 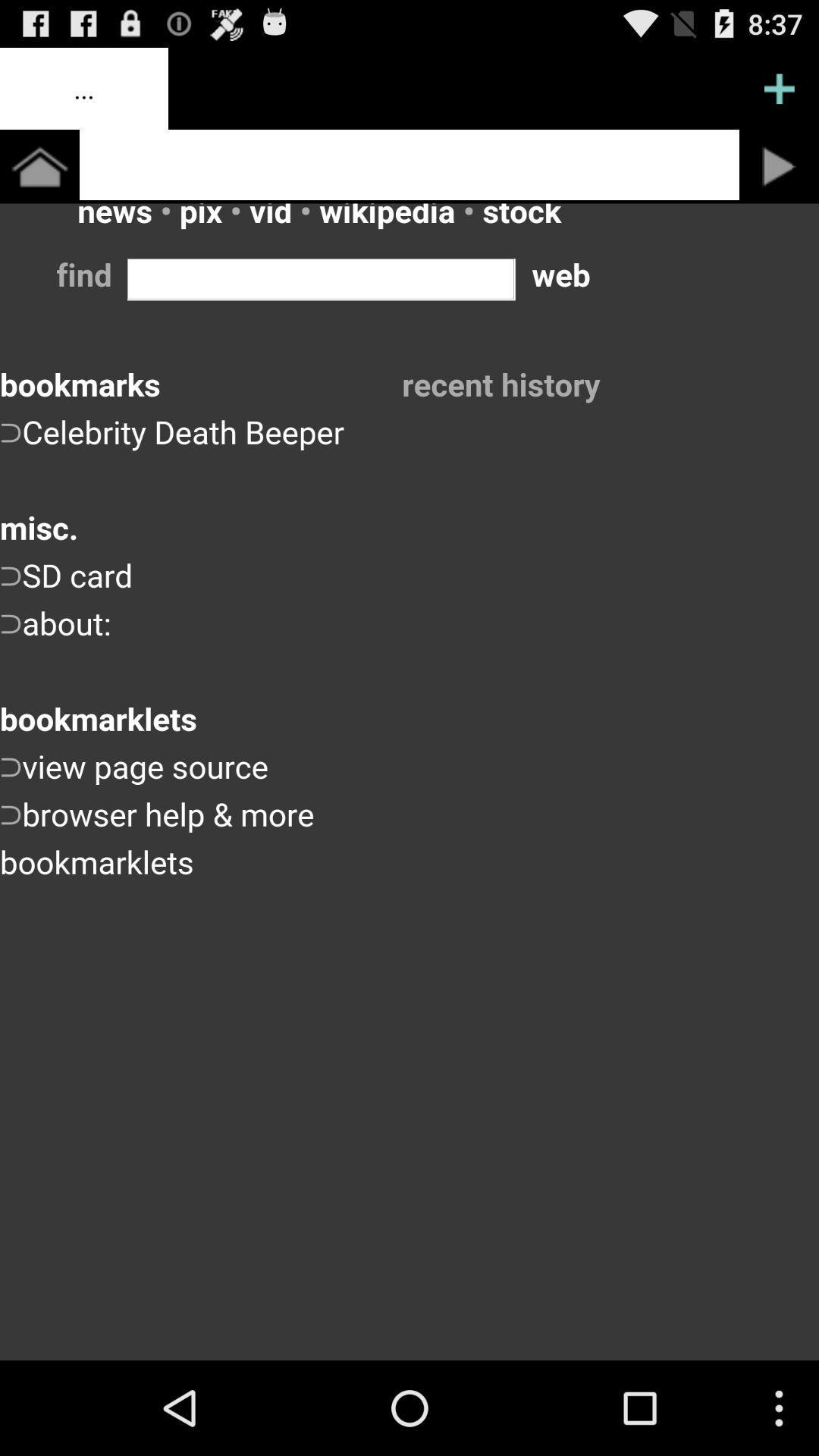 I want to click on tap to write, so click(x=409, y=165).